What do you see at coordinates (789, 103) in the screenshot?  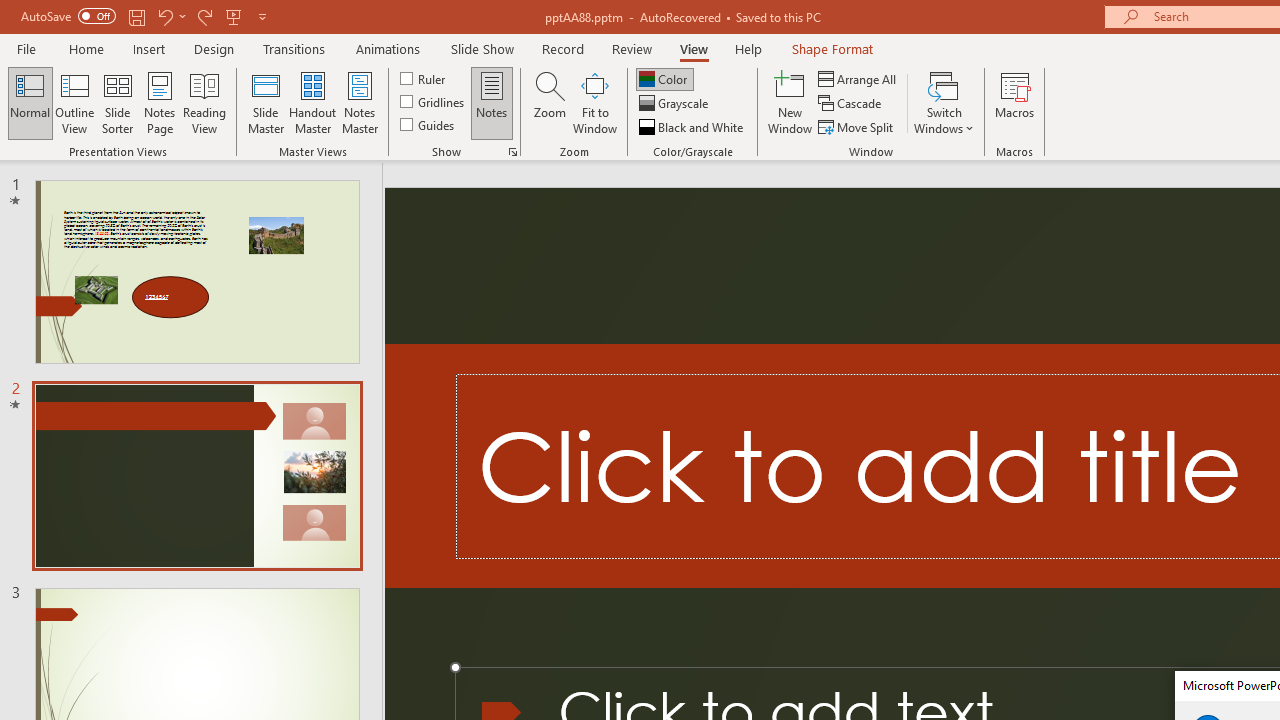 I see `'New Window'` at bounding box center [789, 103].